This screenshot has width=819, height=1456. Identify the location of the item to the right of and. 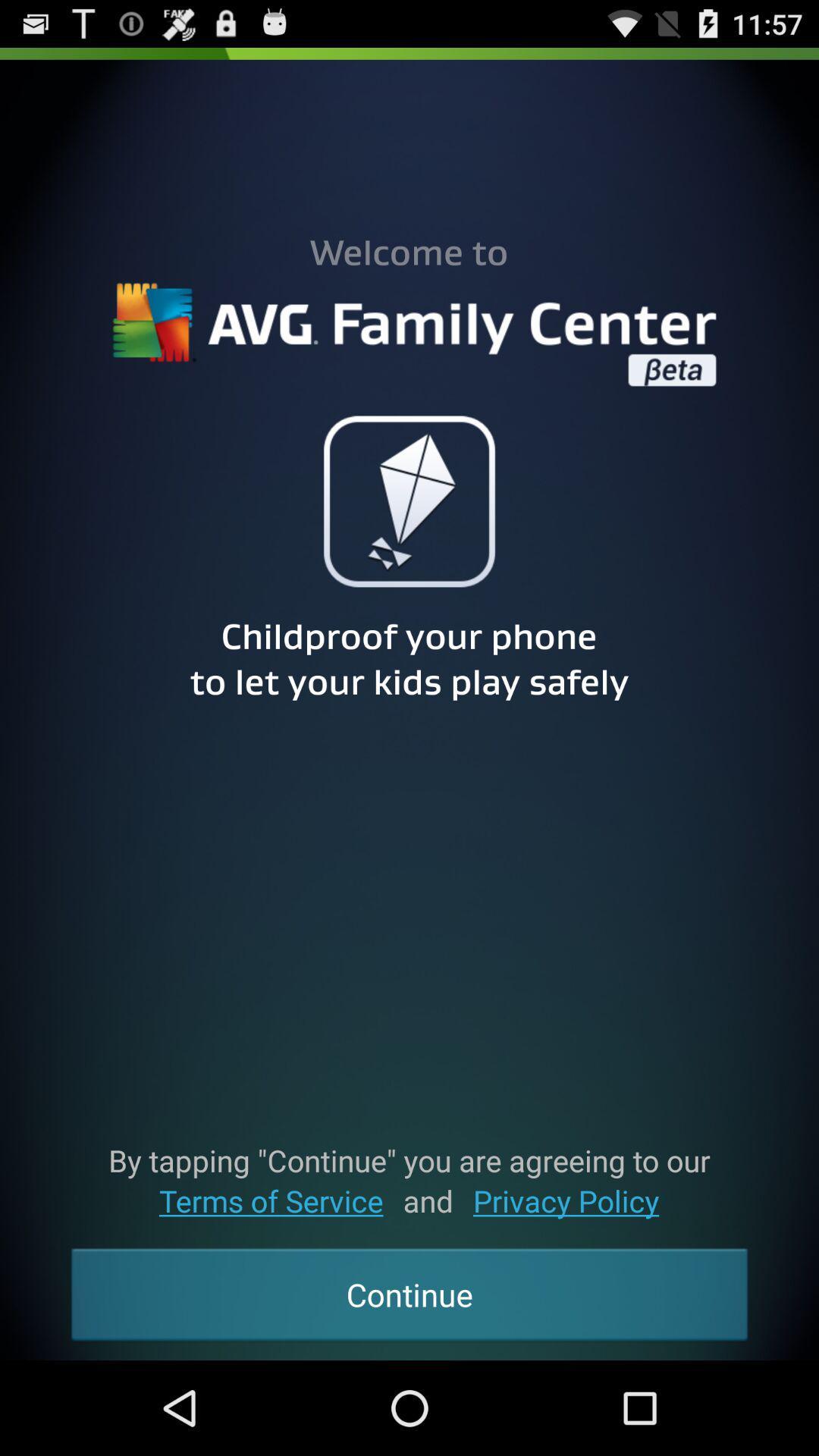
(566, 1200).